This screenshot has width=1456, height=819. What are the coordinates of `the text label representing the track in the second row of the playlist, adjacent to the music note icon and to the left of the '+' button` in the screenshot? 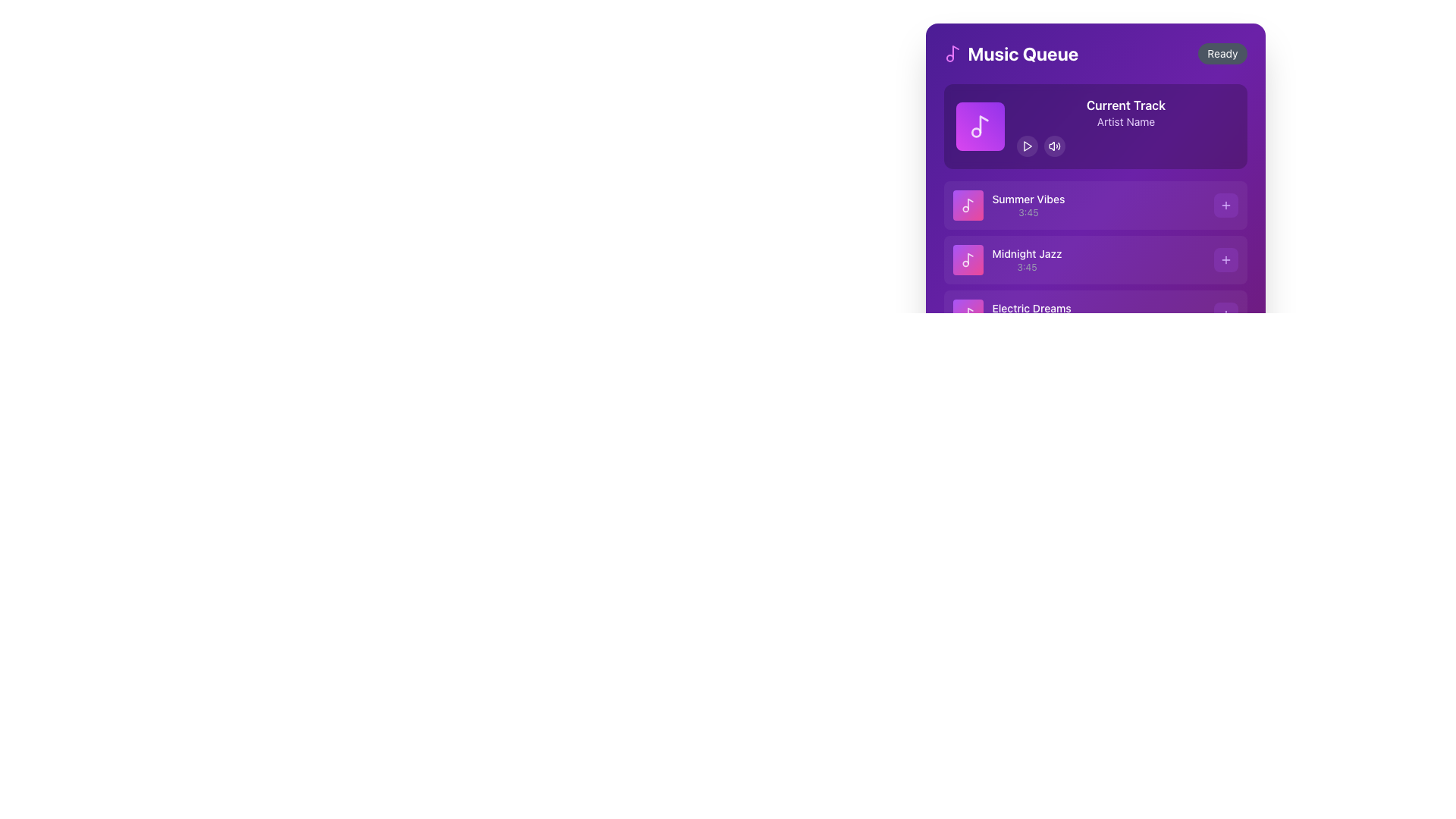 It's located at (1028, 205).